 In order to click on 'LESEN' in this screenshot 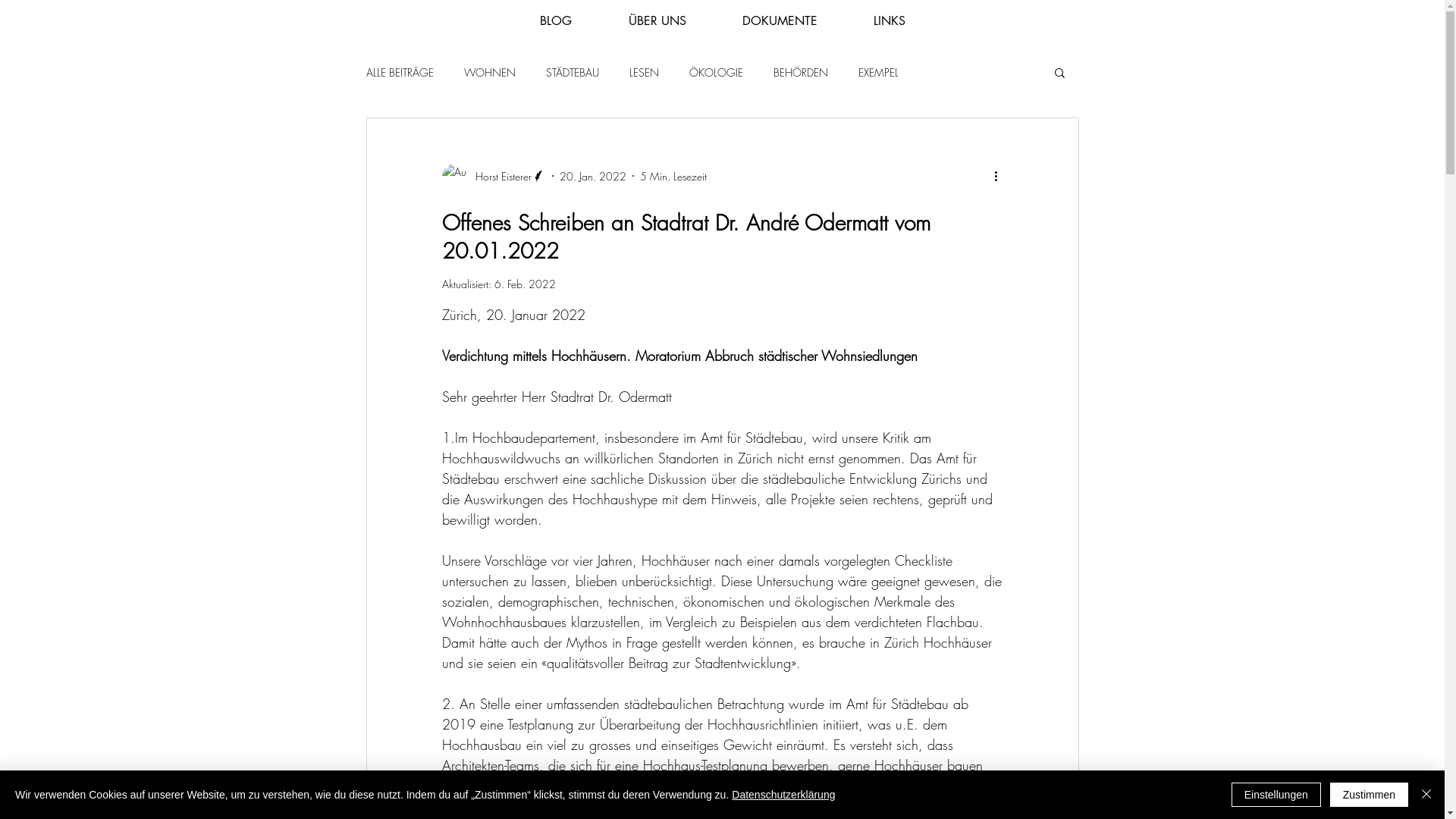, I will do `click(644, 72)`.